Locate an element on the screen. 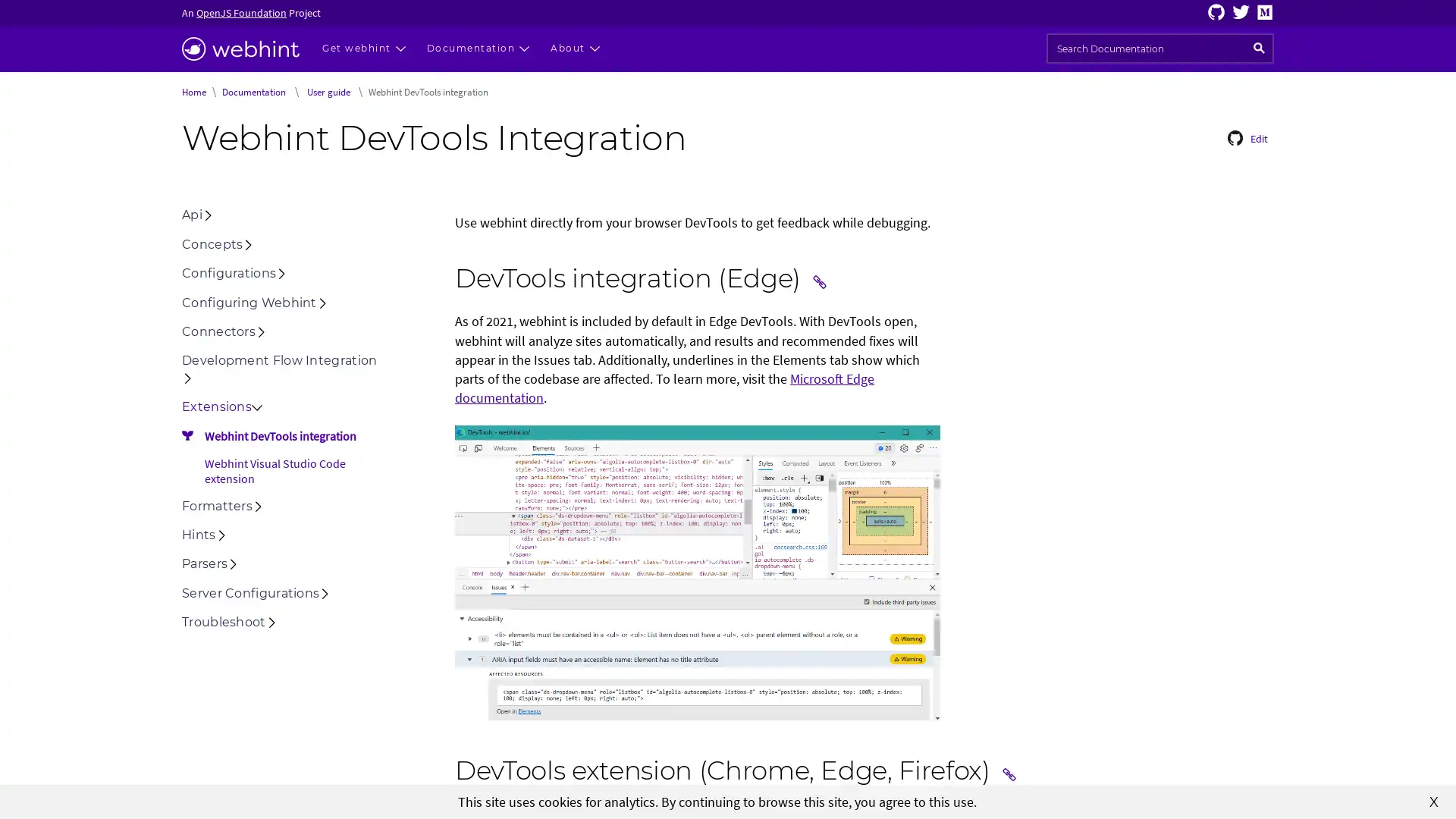 The height and width of the screenshot is (819, 1456). search is located at coordinates (1259, 48).